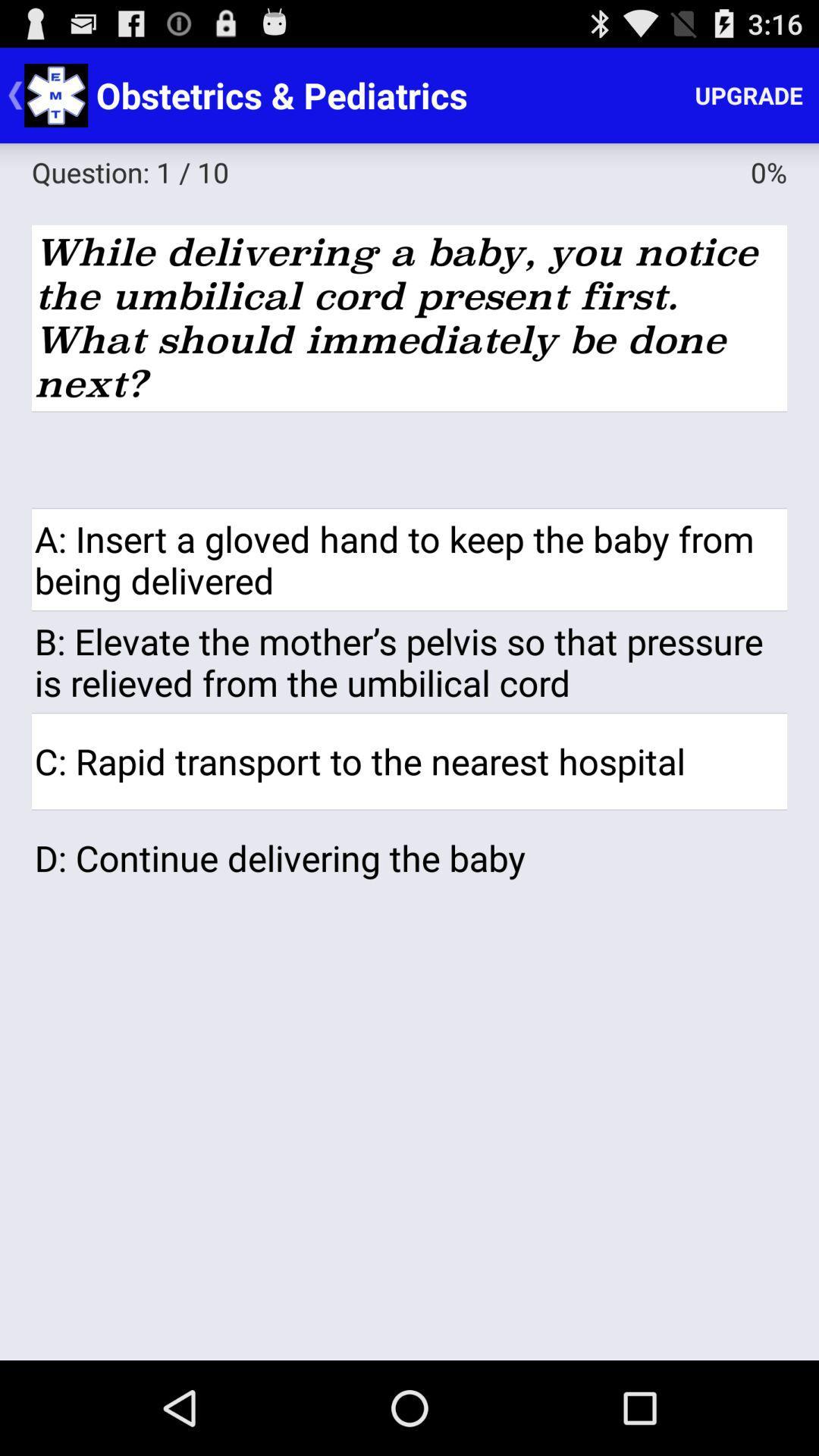 The height and width of the screenshot is (1456, 819). I want to click on the d continue delivering app, so click(409, 858).